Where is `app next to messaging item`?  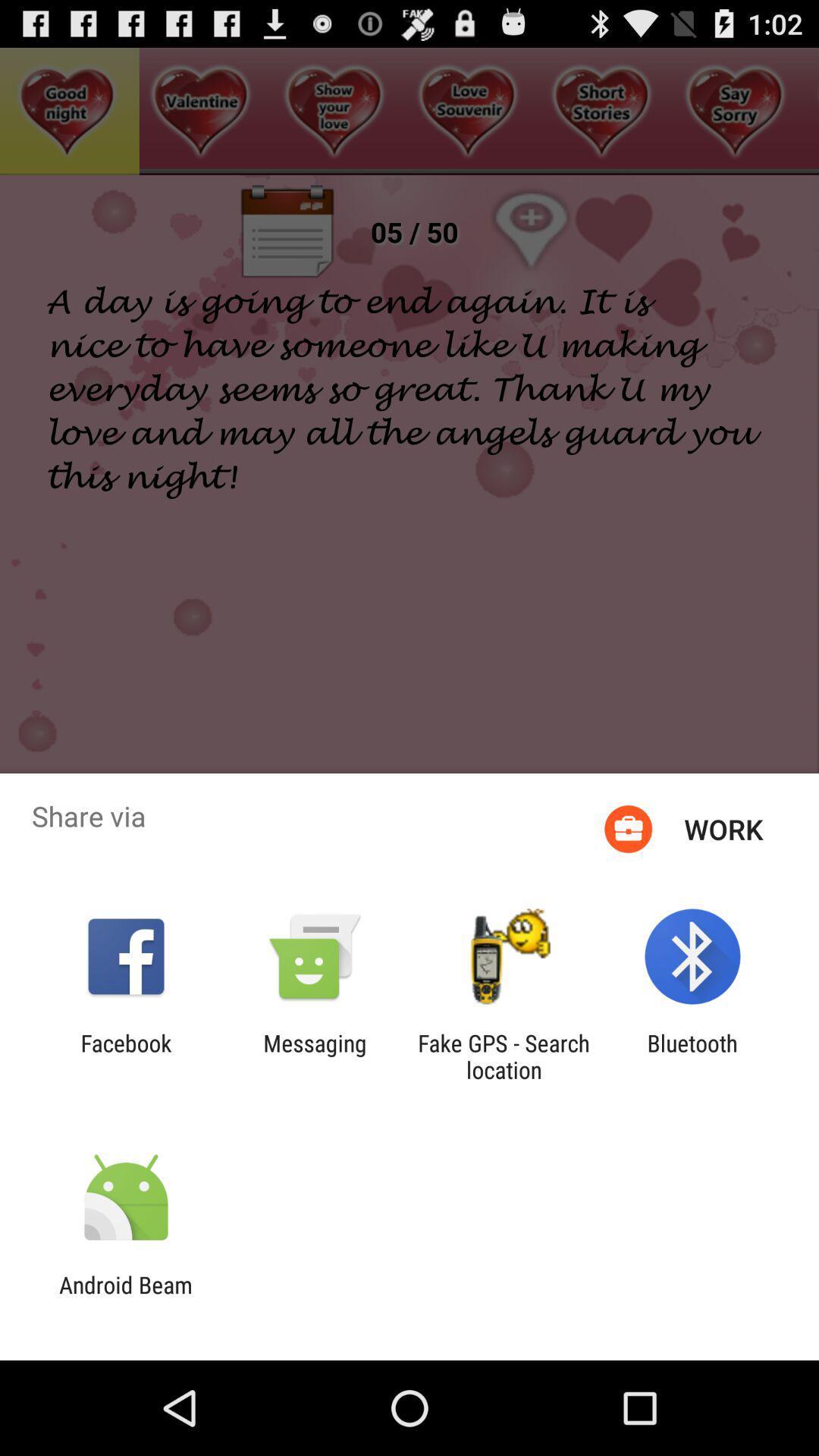 app next to messaging item is located at coordinates (125, 1056).